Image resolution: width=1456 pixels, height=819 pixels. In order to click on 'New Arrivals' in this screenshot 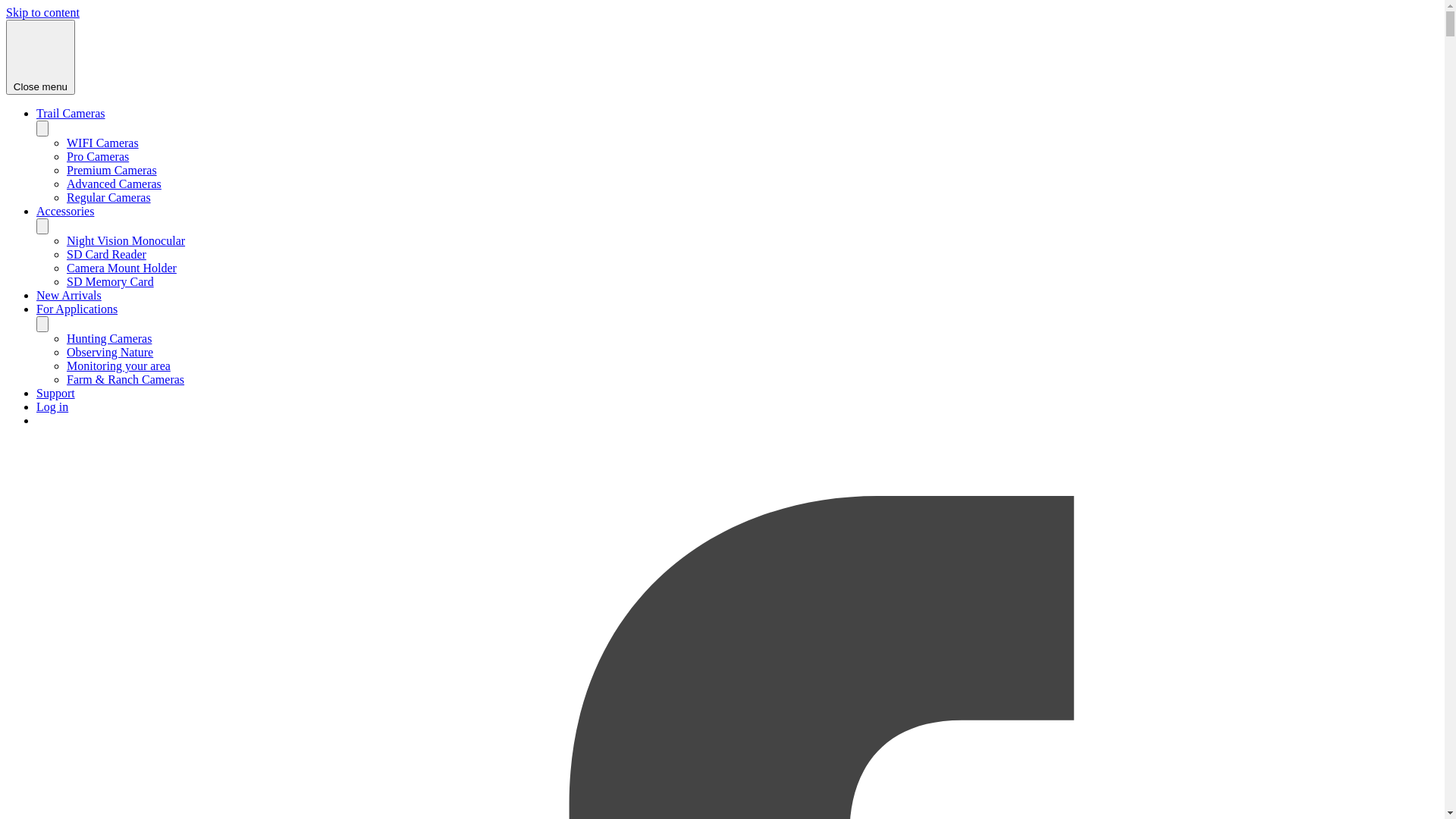, I will do `click(68, 295)`.